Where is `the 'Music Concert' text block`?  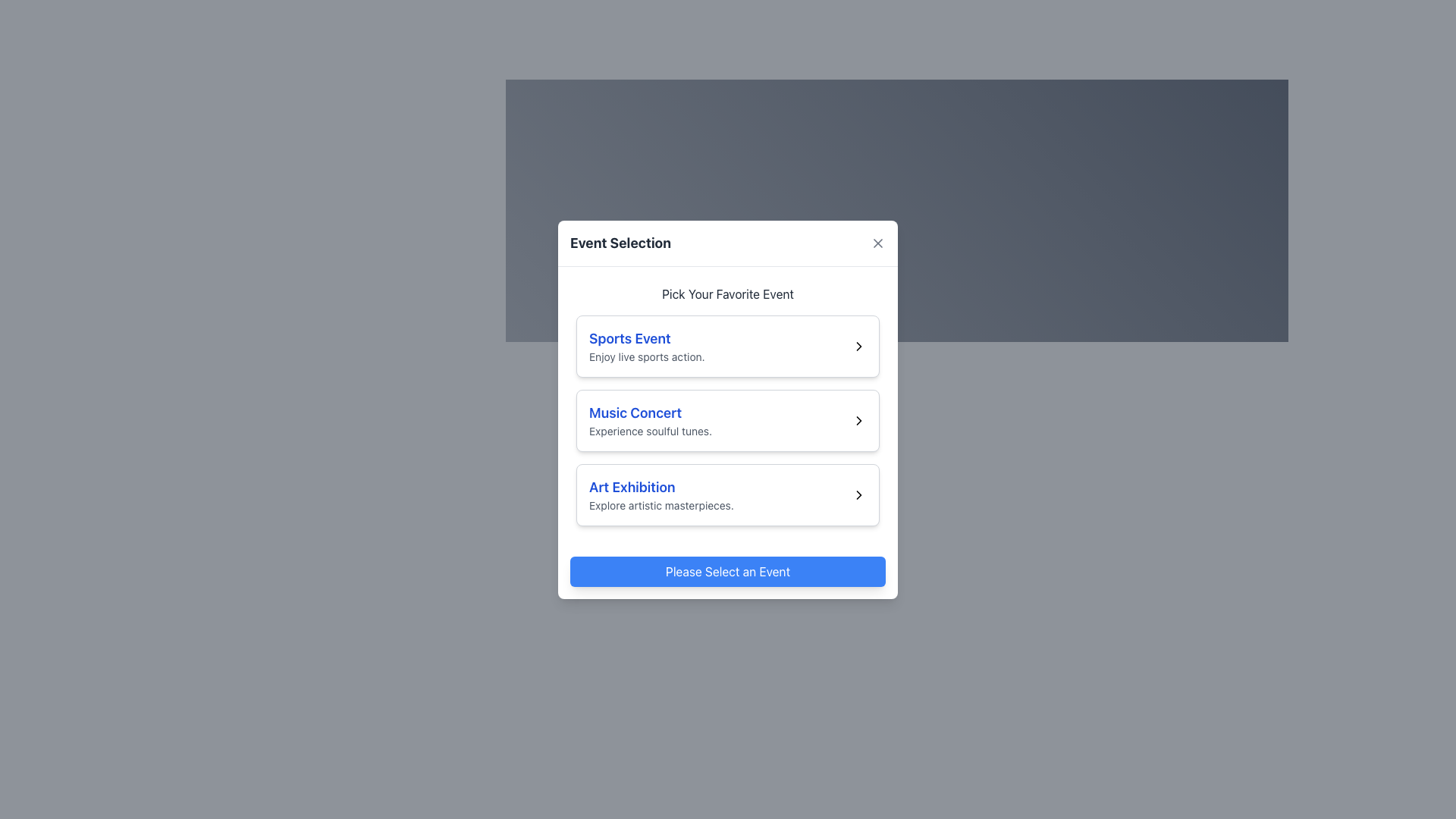
the 'Music Concert' text block is located at coordinates (651, 420).